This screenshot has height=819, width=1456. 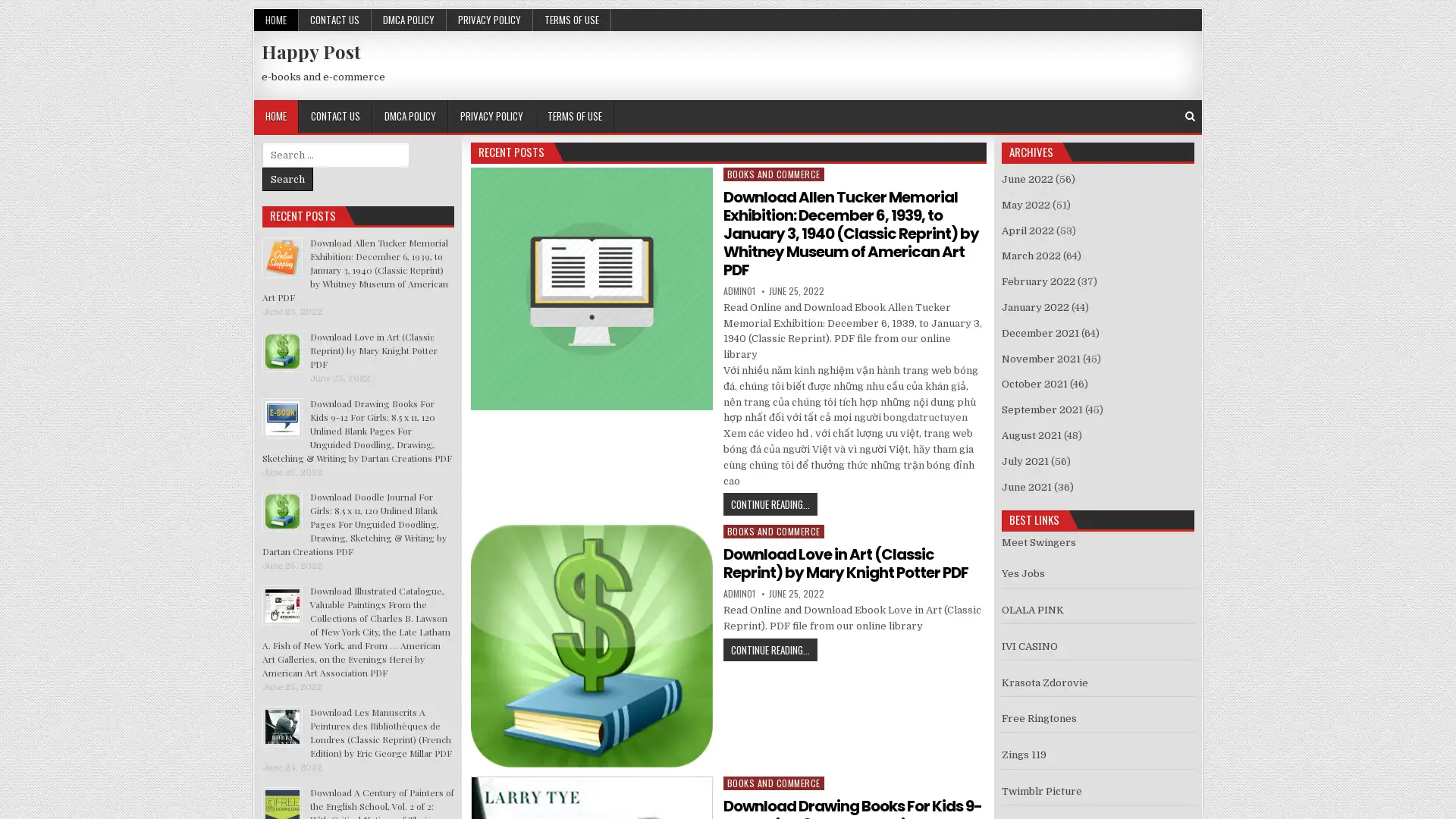 What do you see at coordinates (287, 178) in the screenshot?
I see `Search` at bounding box center [287, 178].